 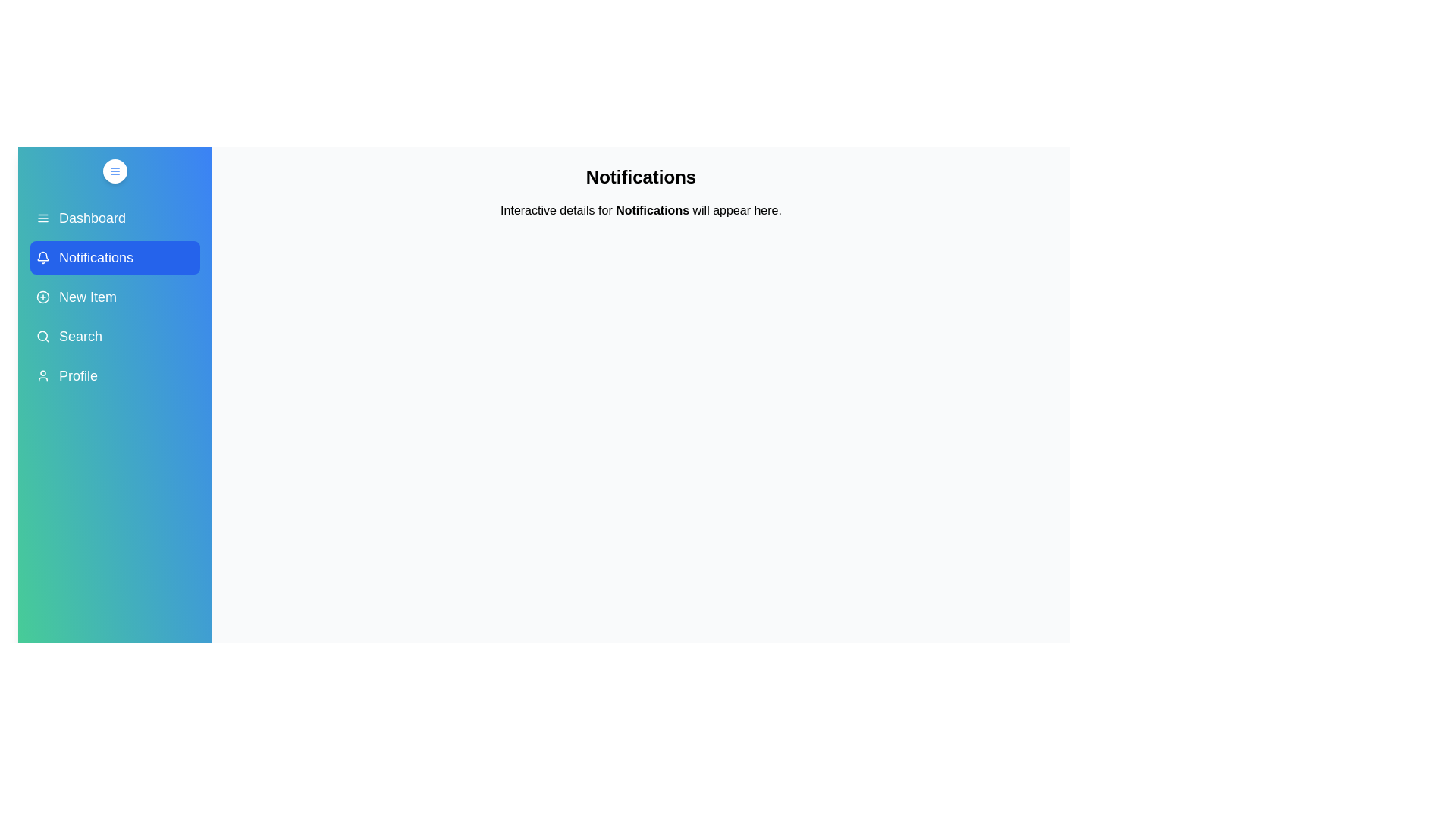 What do you see at coordinates (115, 297) in the screenshot?
I see `the menu item New Item to view its hover effect` at bounding box center [115, 297].